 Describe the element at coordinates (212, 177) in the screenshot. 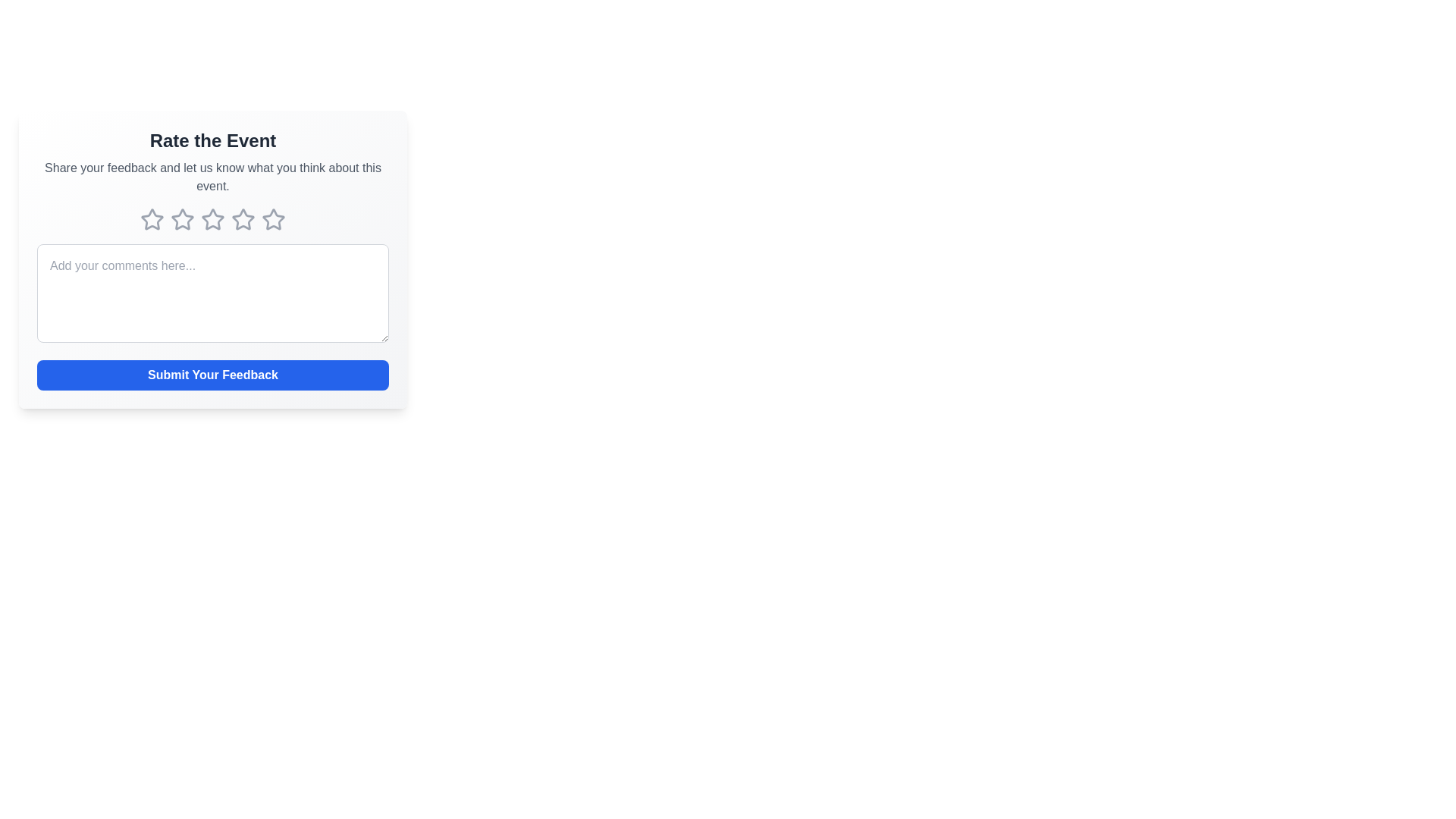

I see `instructional text label located below the heading 'Rate the Event' in the upper-middle section of the interface` at that location.